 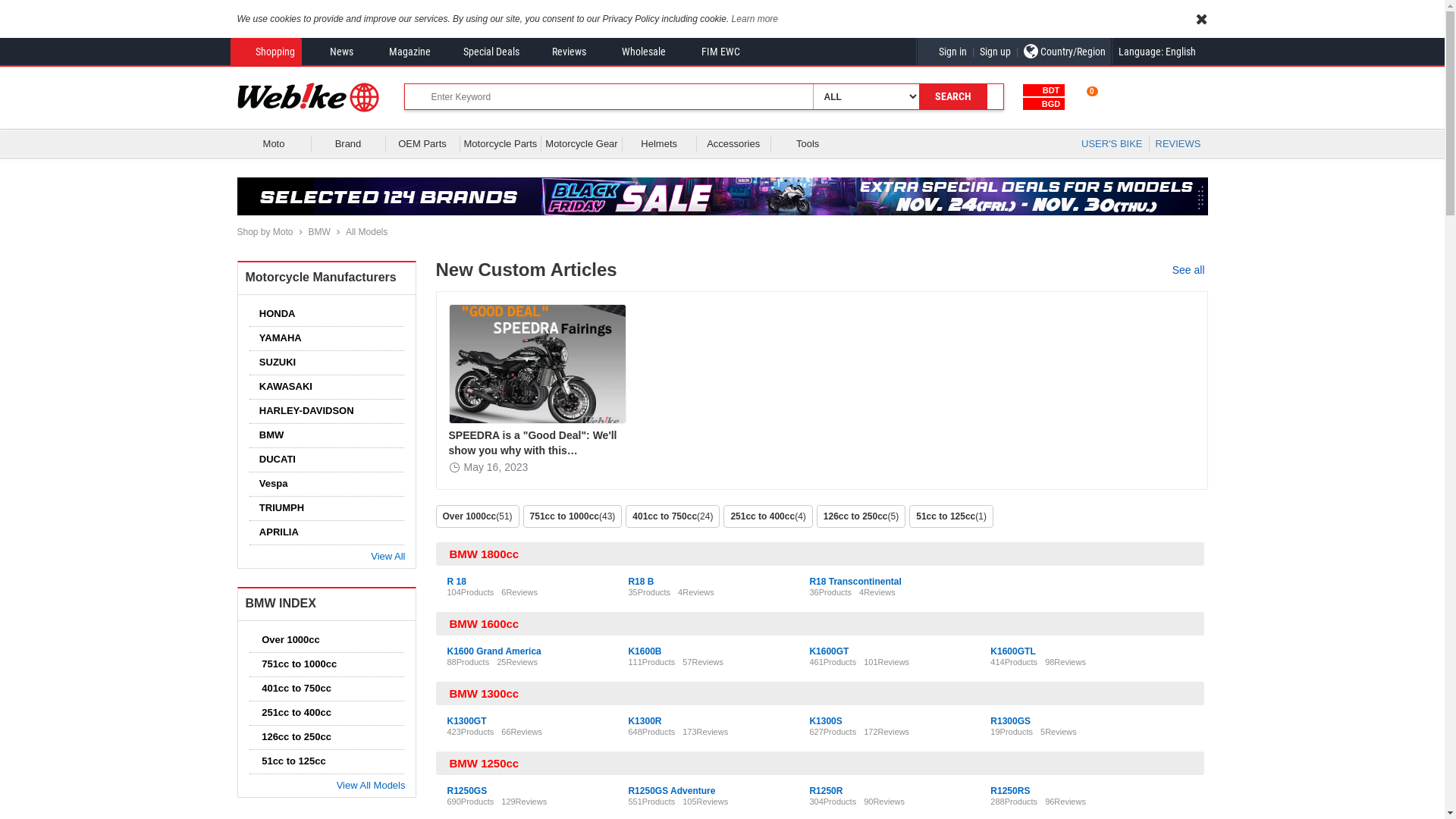 What do you see at coordinates (659, 143) in the screenshot?
I see `'Helmets'` at bounding box center [659, 143].